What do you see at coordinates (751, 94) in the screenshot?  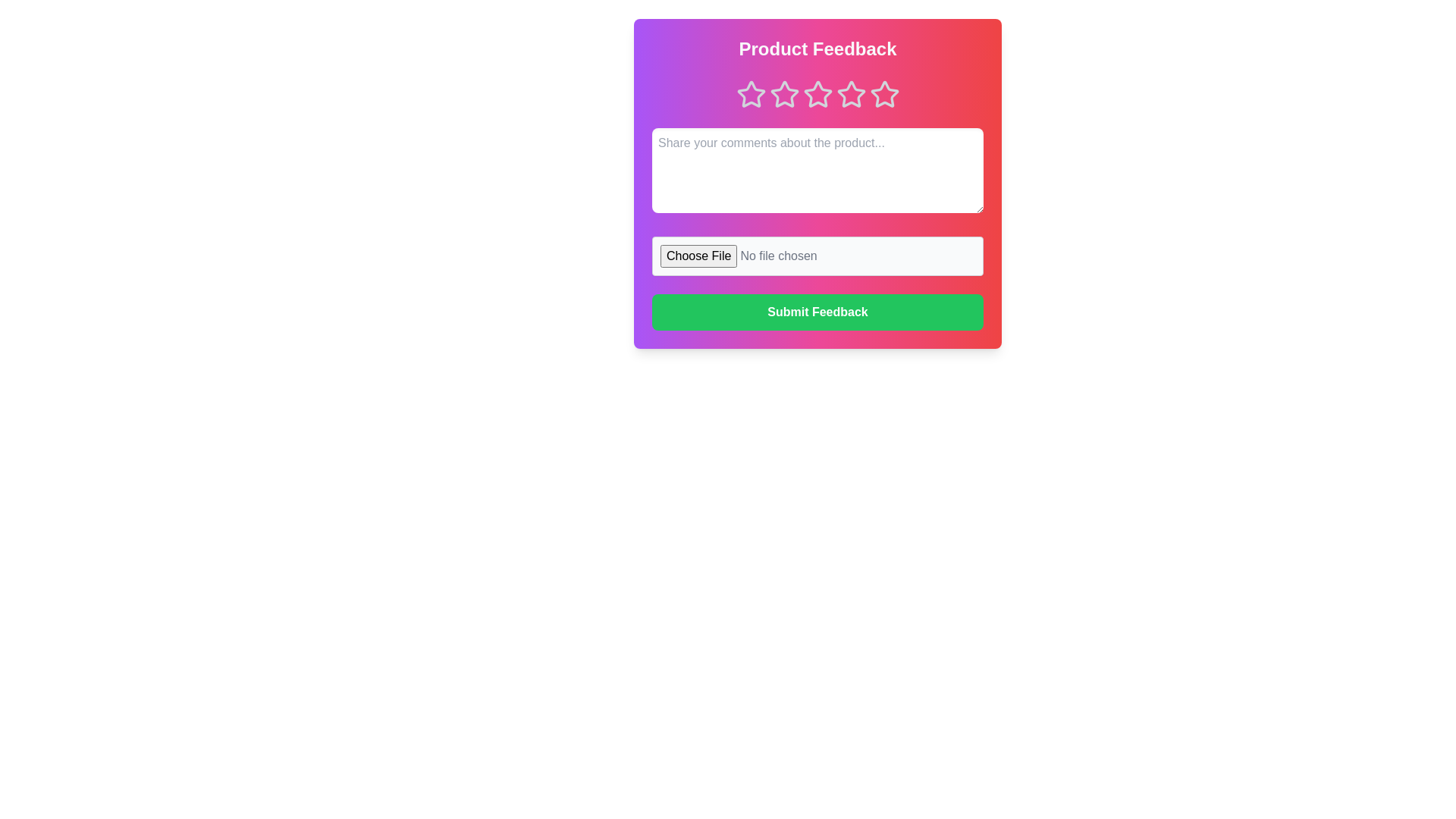 I see `the first star-shaped rating icon in the row located at the top of the 'Product Feedback' form` at bounding box center [751, 94].